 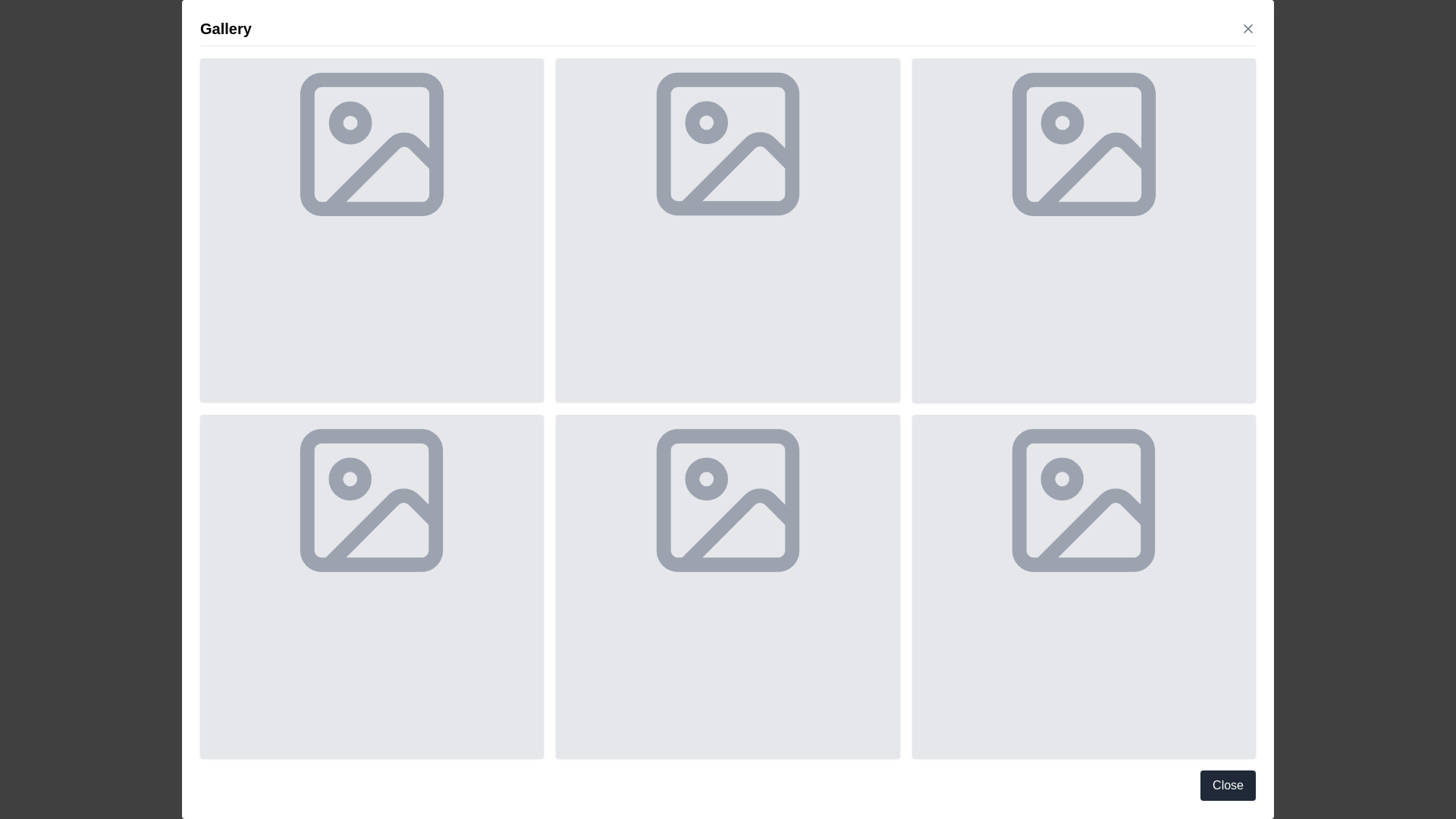 What do you see at coordinates (1083, 500) in the screenshot?
I see `the Graphical Icon located in the lower right cell of a 3x2 grid structure, which serves as an interactive element for image-related actions` at bounding box center [1083, 500].